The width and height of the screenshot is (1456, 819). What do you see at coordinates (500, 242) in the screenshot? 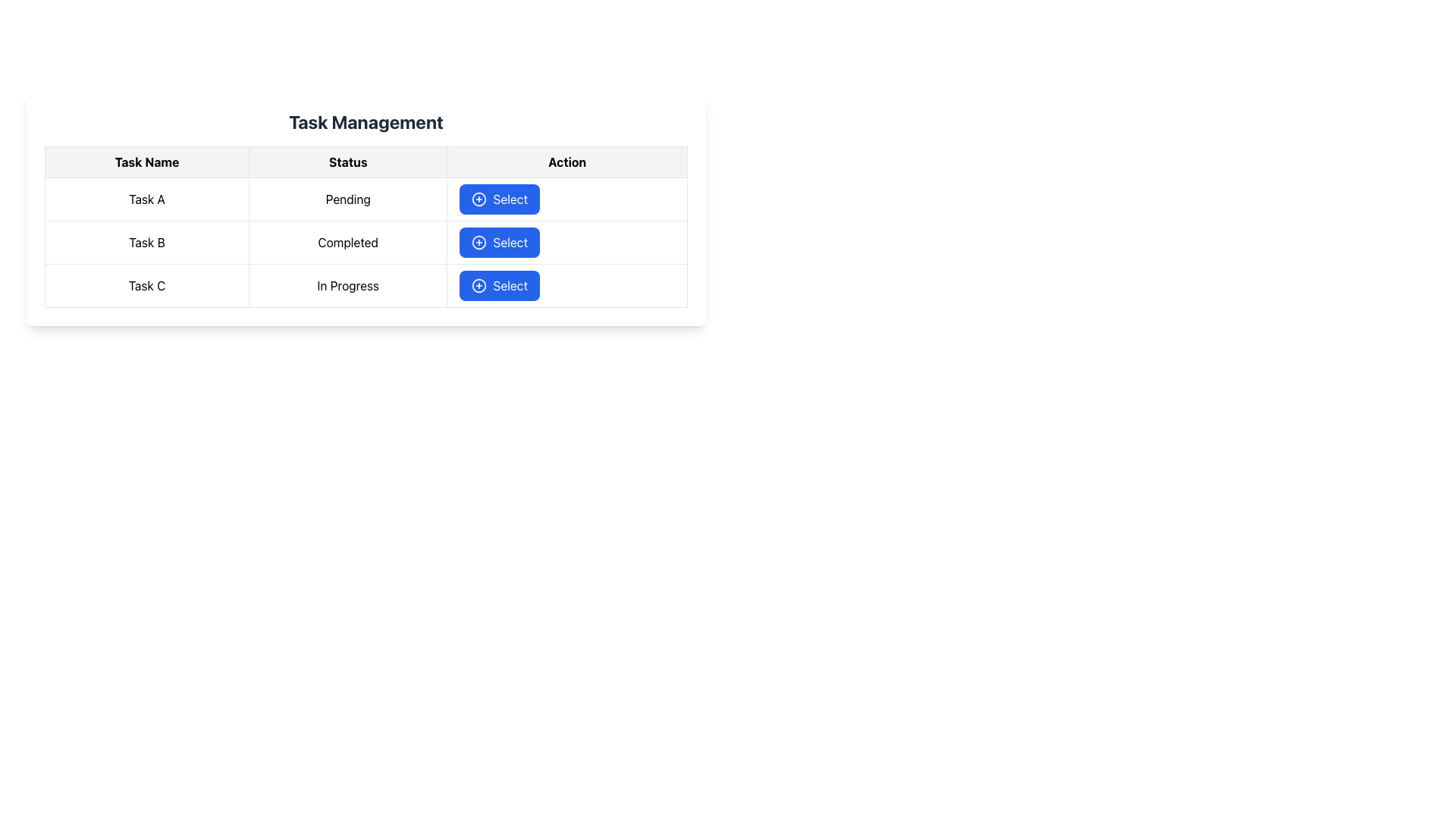
I see `the button with a blue background and white text reading 'Select' located in the 'Action' column of the second row under 'Task Management', corresponding to 'Task B' with a status of 'Completed'` at bounding box center [500, 242].